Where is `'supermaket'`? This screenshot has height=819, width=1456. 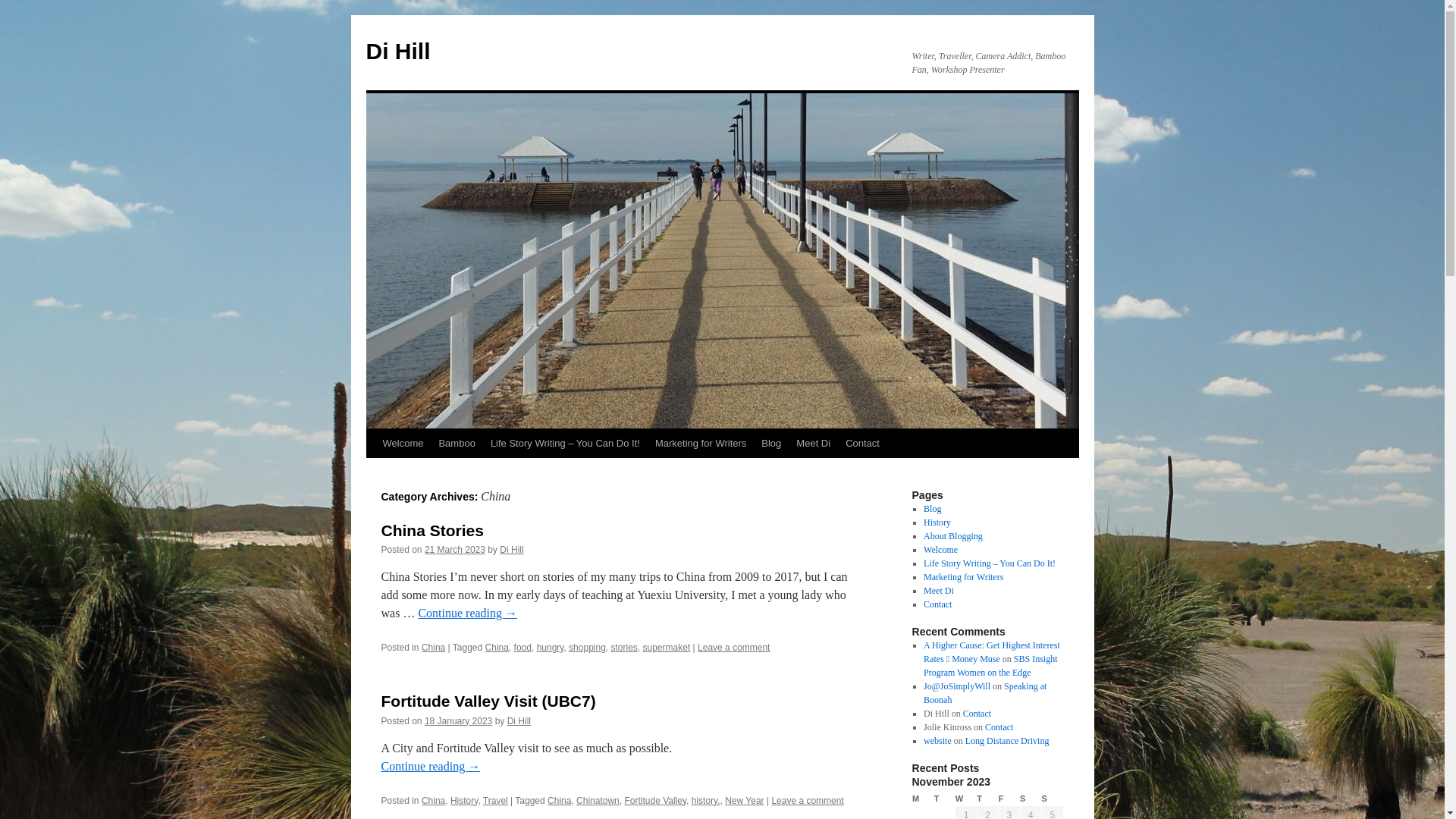 'supermaket' is located at coordinates (667, 647).